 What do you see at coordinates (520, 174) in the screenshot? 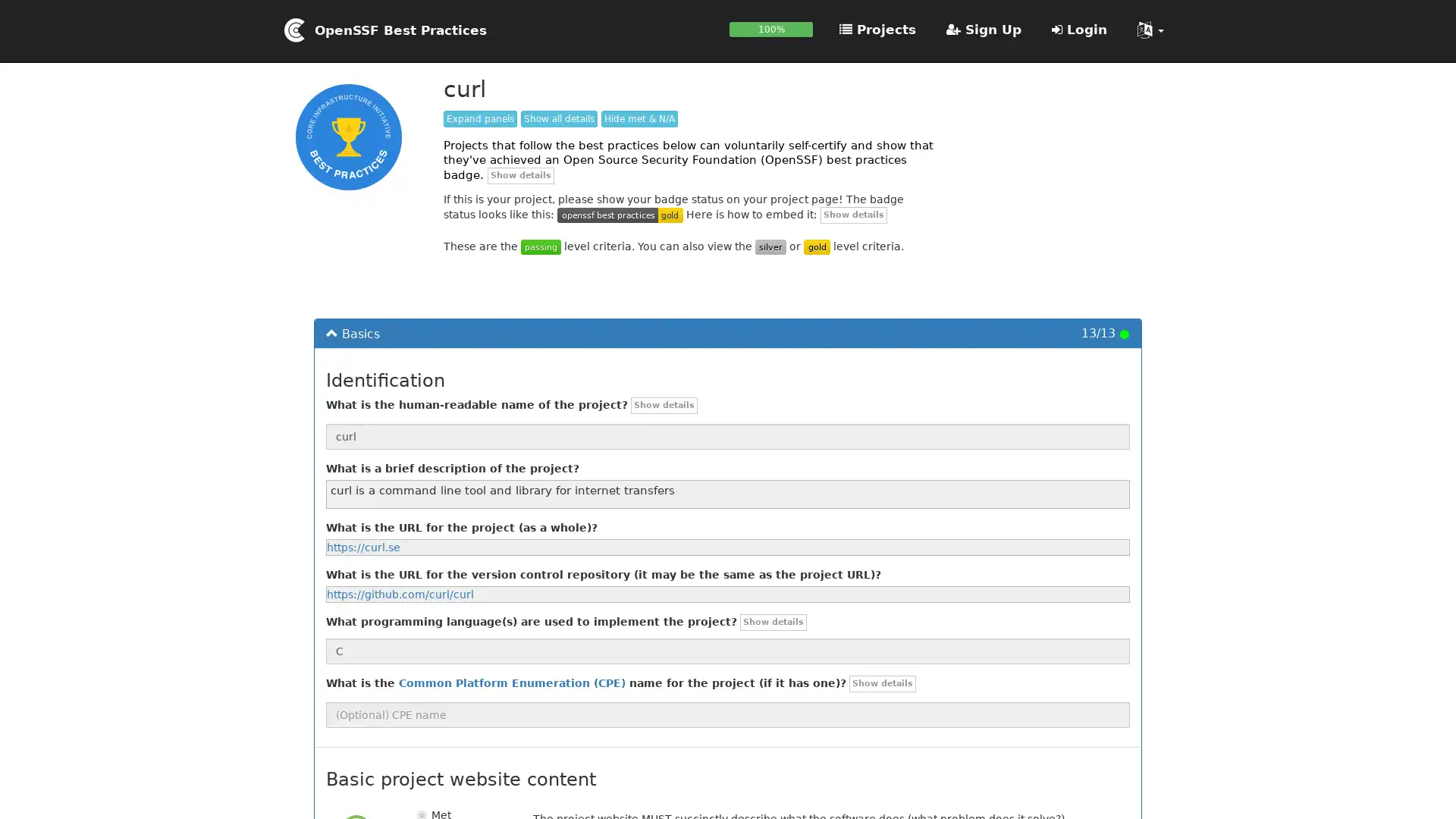
I see `Show details` at bounding box center [520, 174].